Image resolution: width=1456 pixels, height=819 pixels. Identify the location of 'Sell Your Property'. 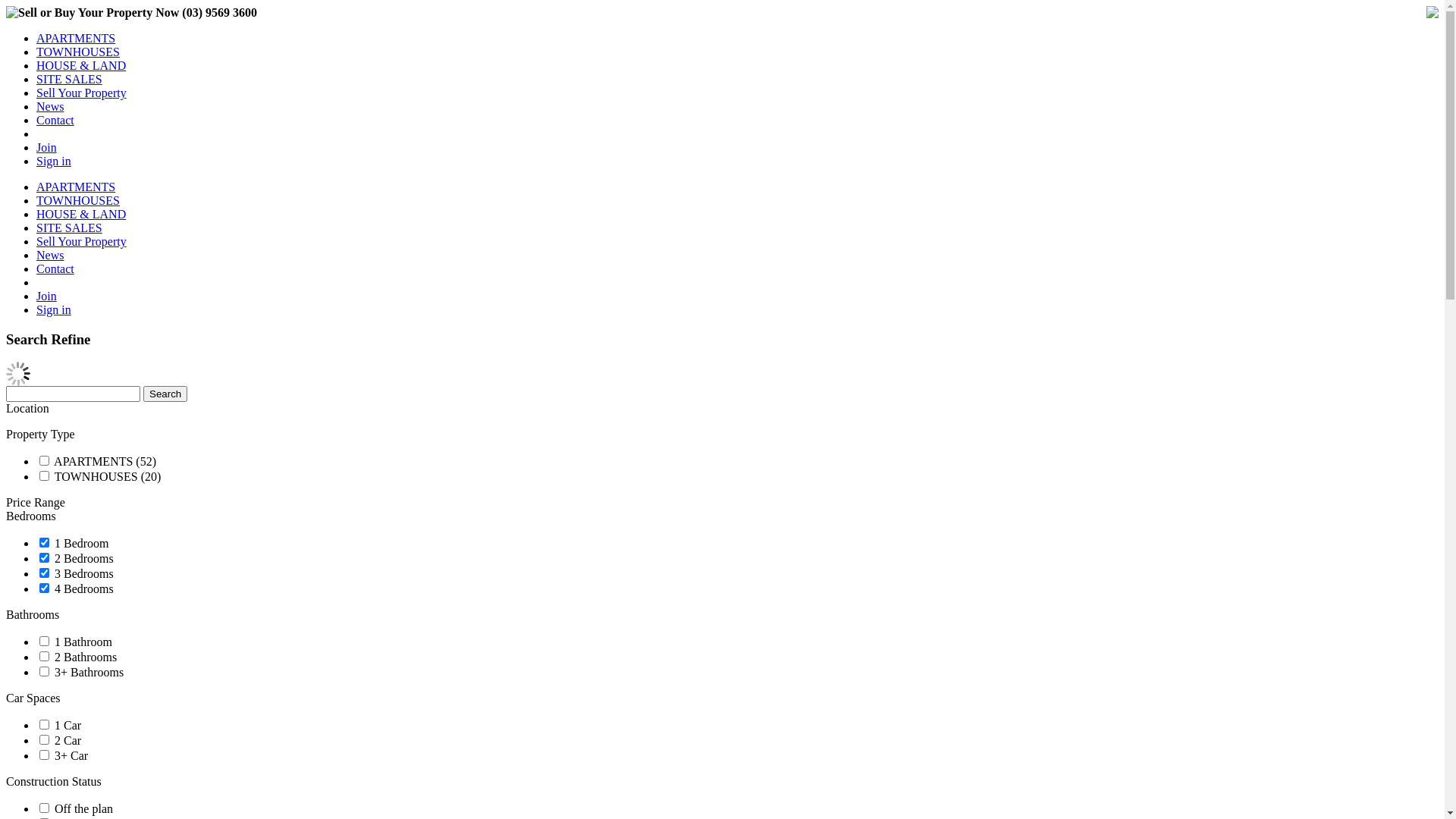
(80, 240).